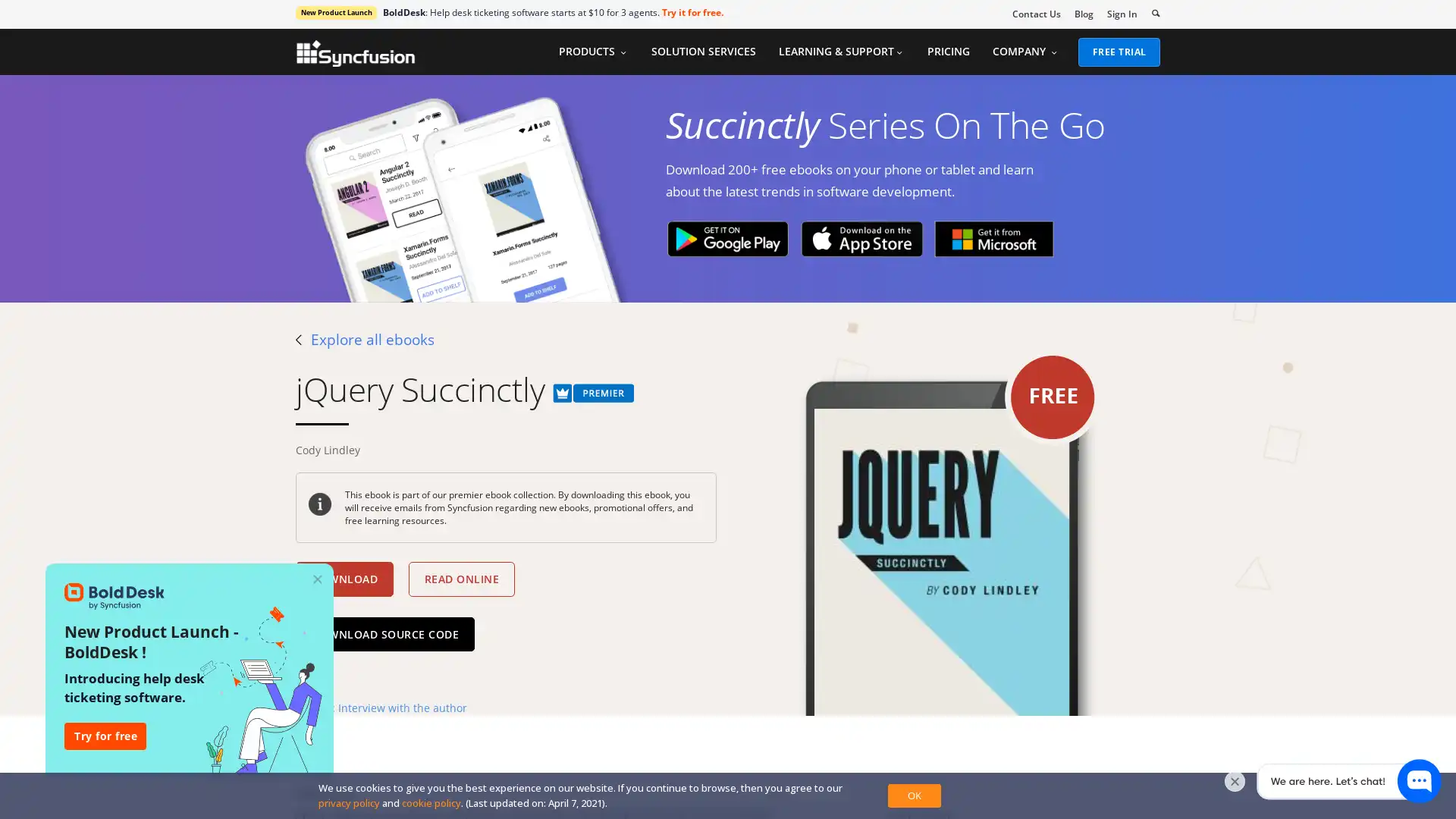 This screenshot has height=819, width=1456. What do you see at coordinates (839, 51) in the screenshot?
I see `LEARNING & SUPPORT` at bounding box center [839, 51].